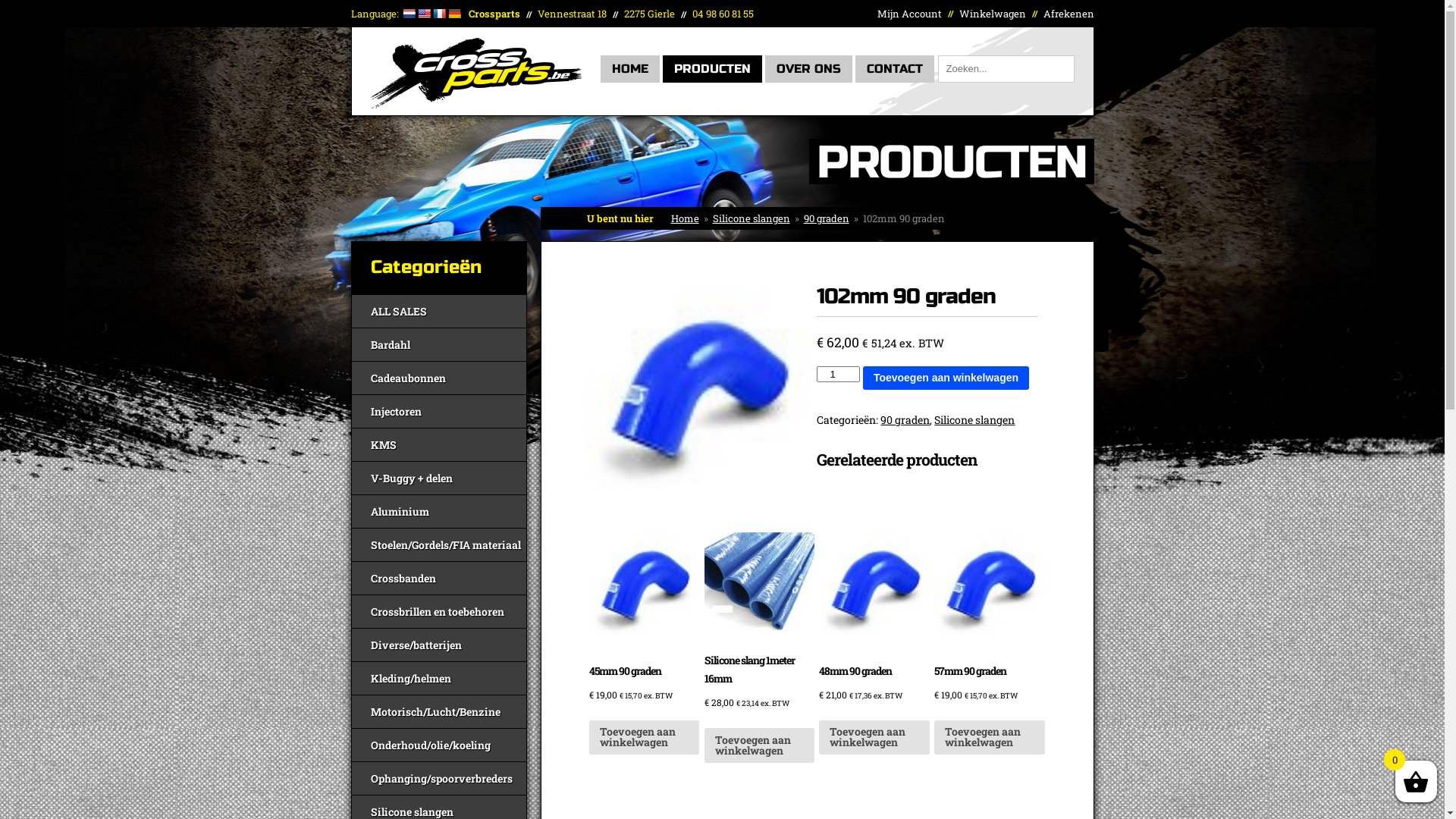 Image resolution: width=1456 pixels, height=819 pixels. Describe the element at coordinates (438, 376) in the screenshot. I see `'Cadeaubonnen'` at that location.